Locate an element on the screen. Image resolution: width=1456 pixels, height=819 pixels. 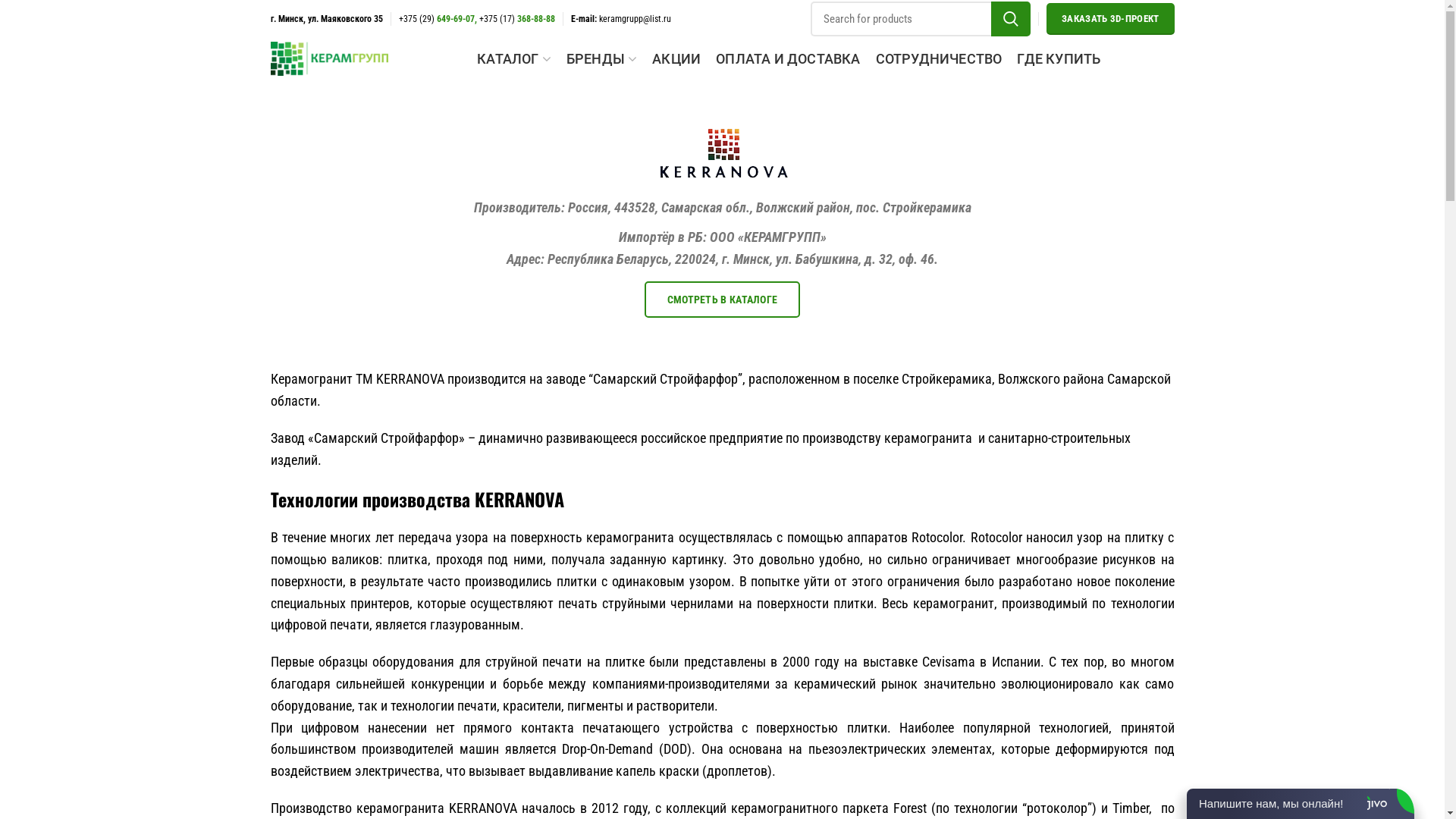
'SEARCH' is located at coordinates (1011, 18).